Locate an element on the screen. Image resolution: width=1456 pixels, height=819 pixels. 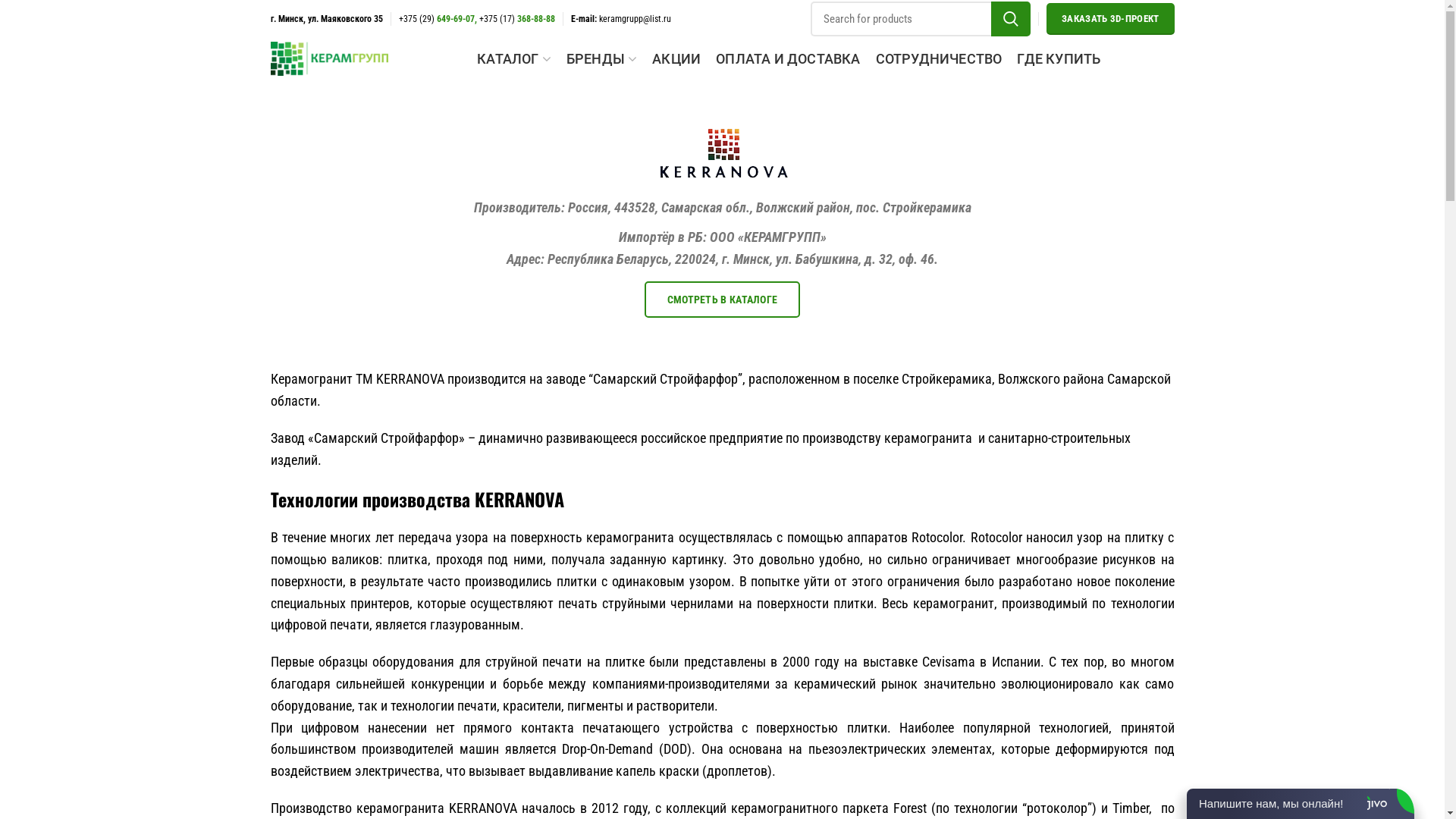
'SEARCH' is located at coordinates (1011, 18).